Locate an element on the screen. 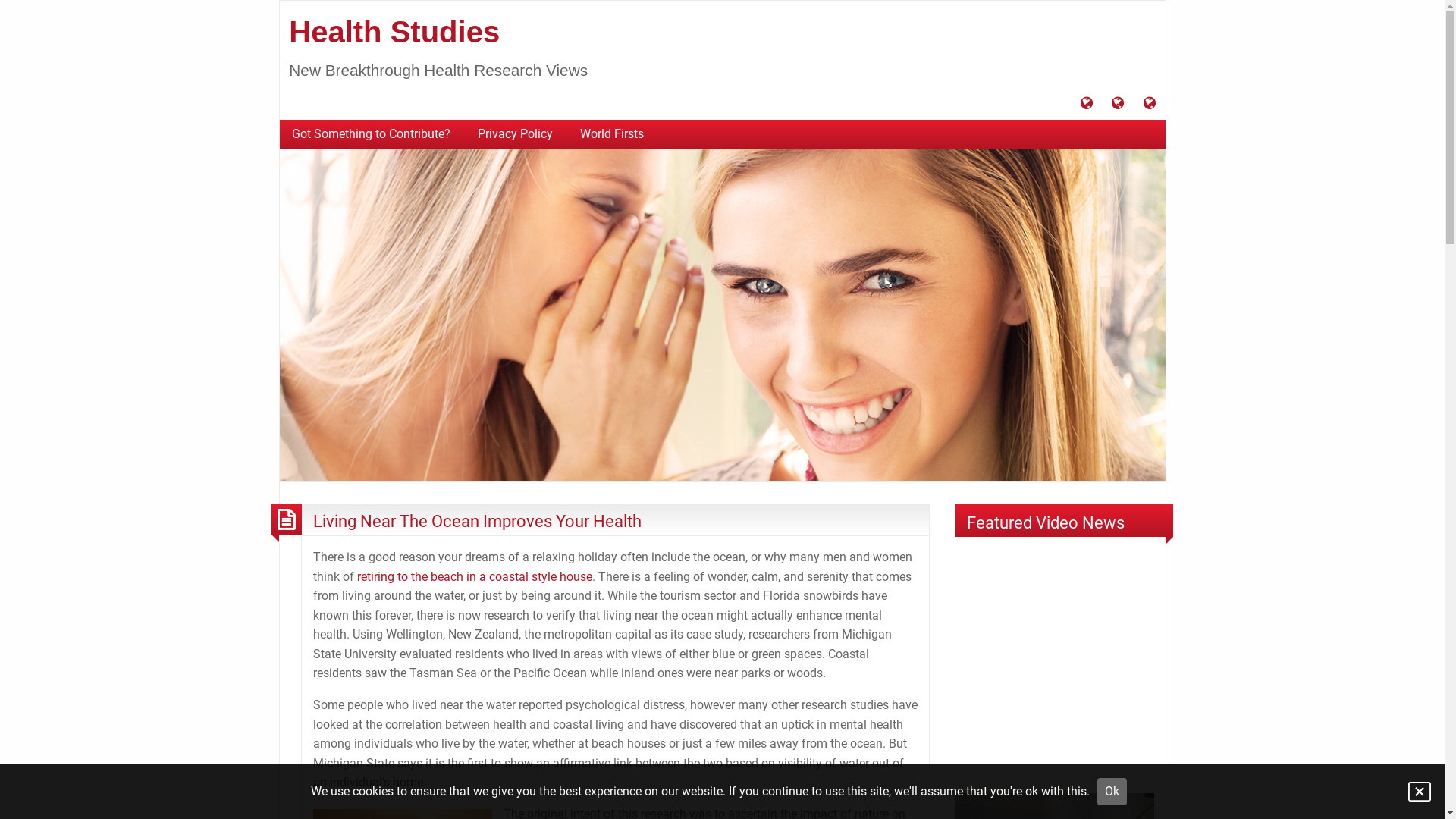 The image size is (1456, 819). 'Health Studies' is located at coordinates (288, 32).